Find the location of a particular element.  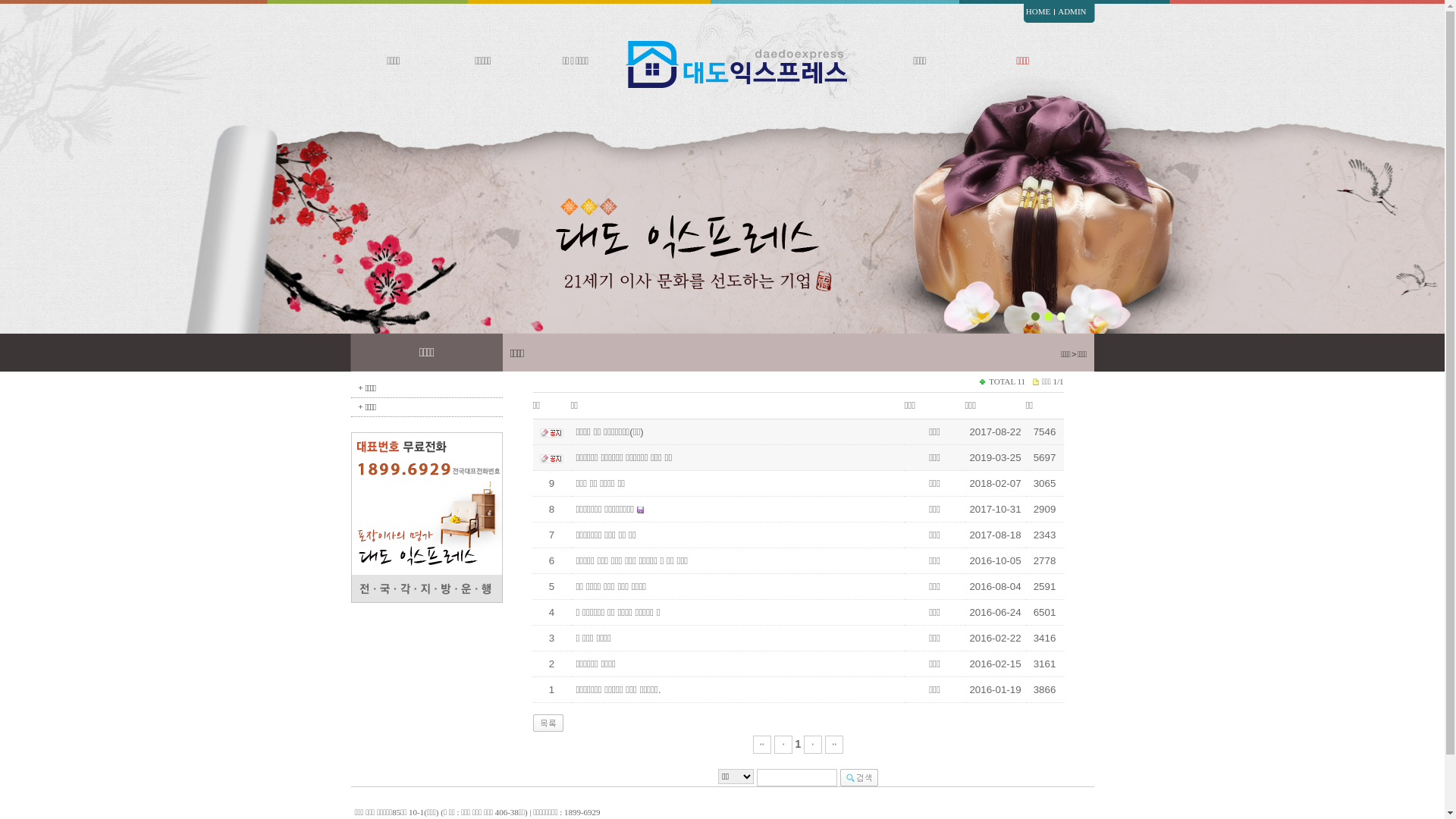

'0' is located at coordinates (1080, 327).